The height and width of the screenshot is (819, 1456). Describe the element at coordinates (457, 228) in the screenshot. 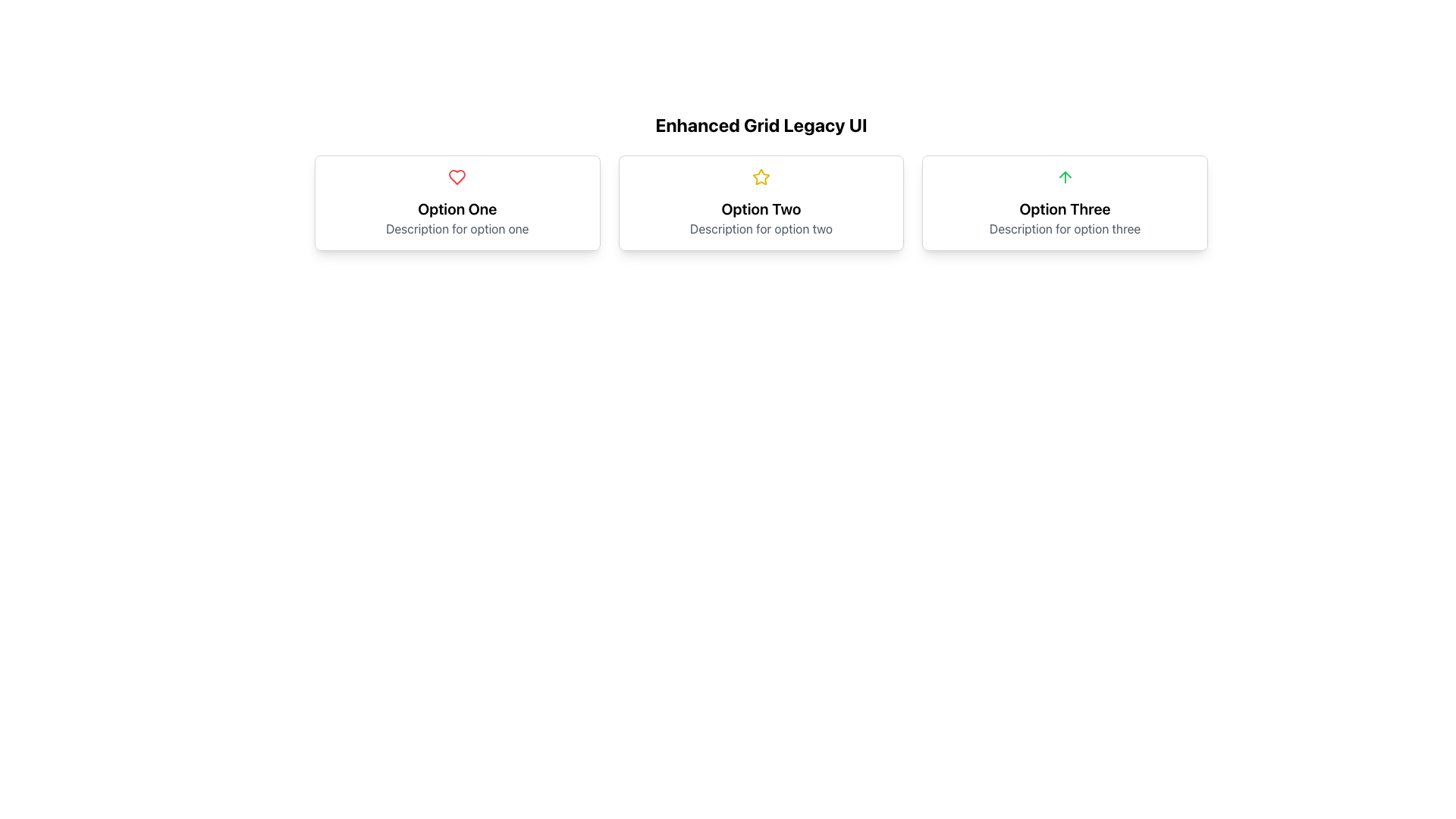

I see `the text label displaying 'Description for option one', which is located beneath the title 'Option One' in the leftmost box` at that location.